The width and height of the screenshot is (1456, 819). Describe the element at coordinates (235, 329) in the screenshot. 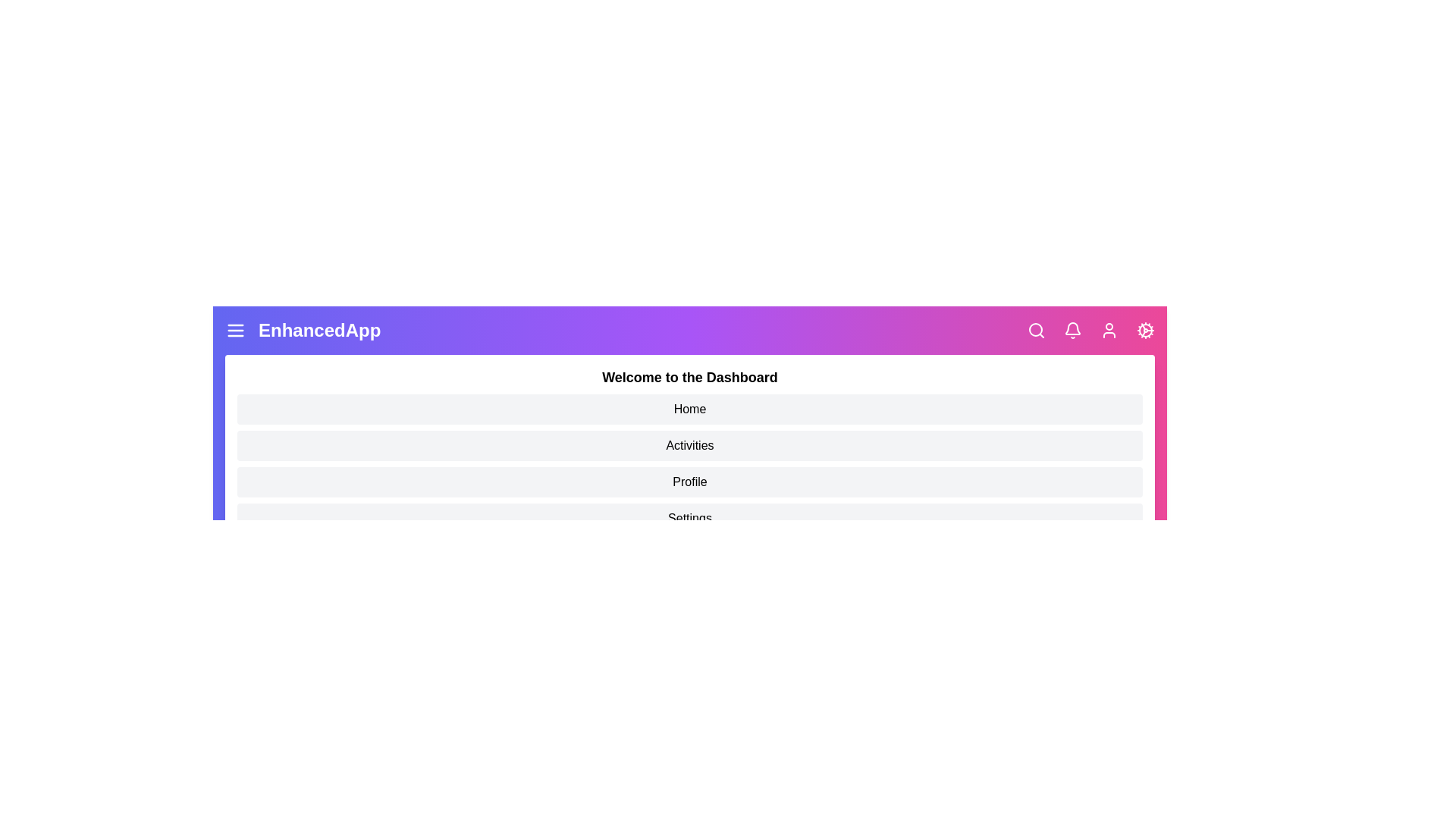

I see `the menu icon to toggle the menu panel` at that location.